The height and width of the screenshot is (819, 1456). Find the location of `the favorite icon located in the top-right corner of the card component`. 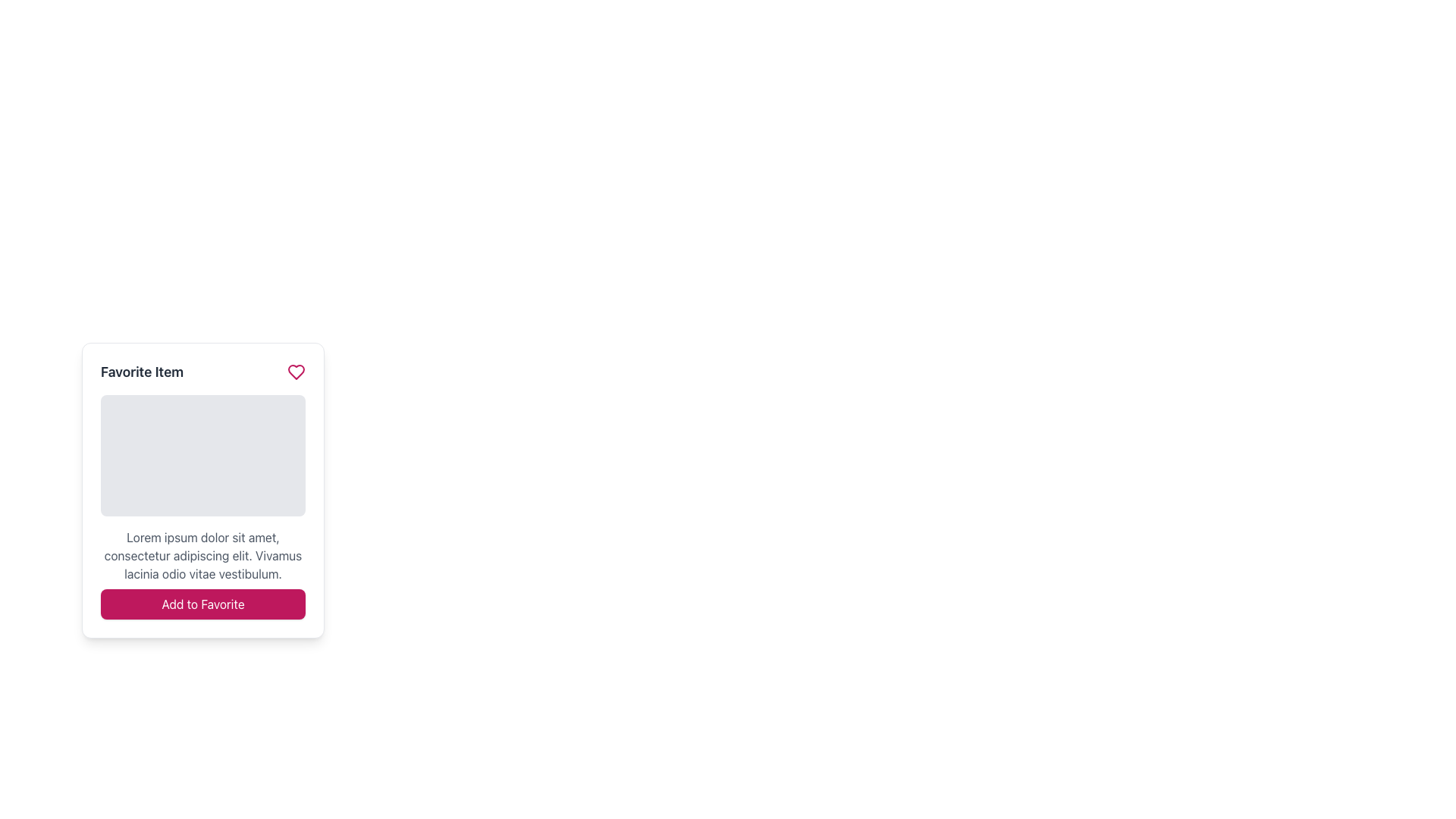

the favorite icon located in the top-right corner of the card component is located at coordinates (296, 372).